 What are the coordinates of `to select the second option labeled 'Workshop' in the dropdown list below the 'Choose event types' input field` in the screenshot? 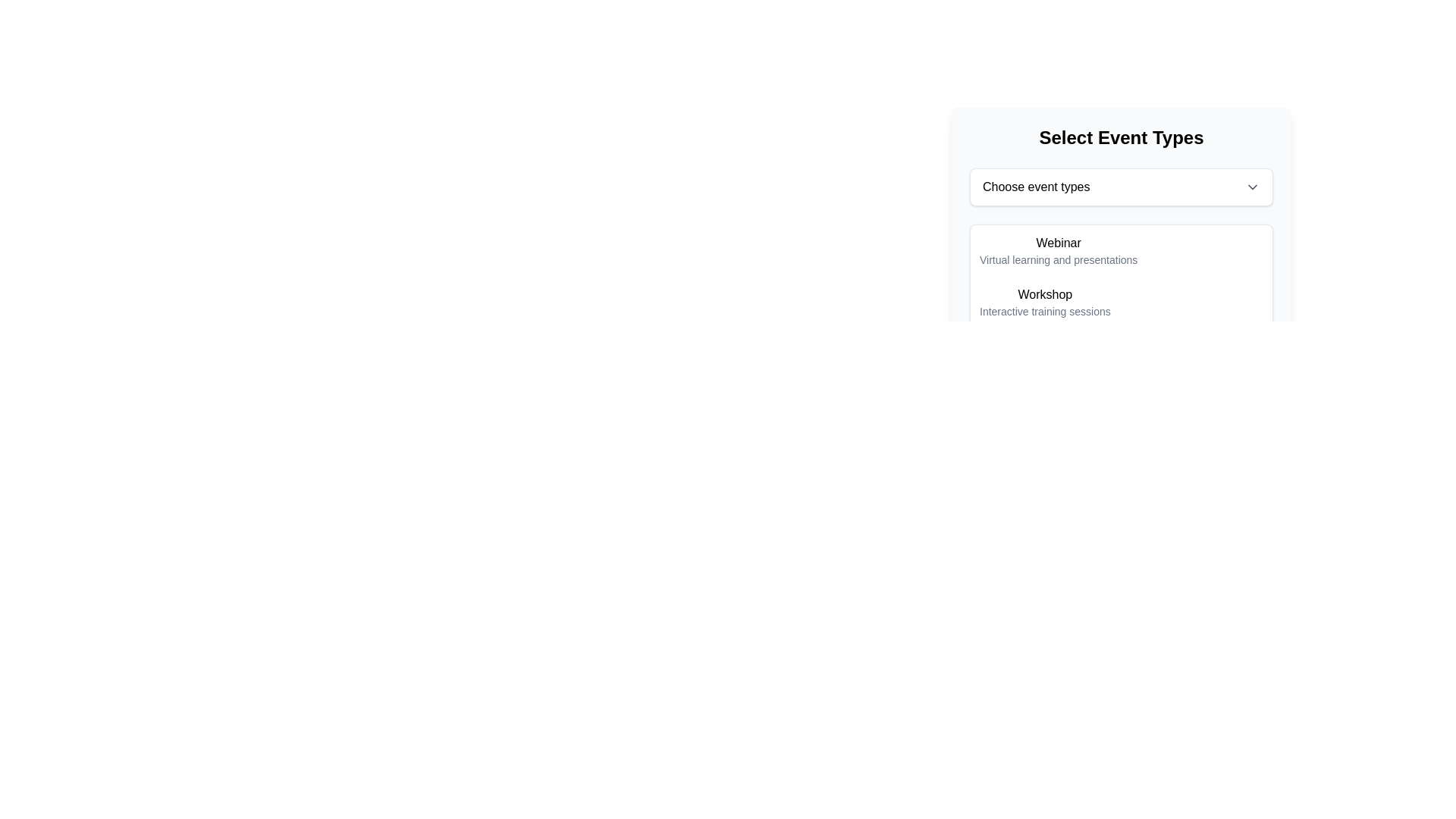 It's located at (1121, 302).